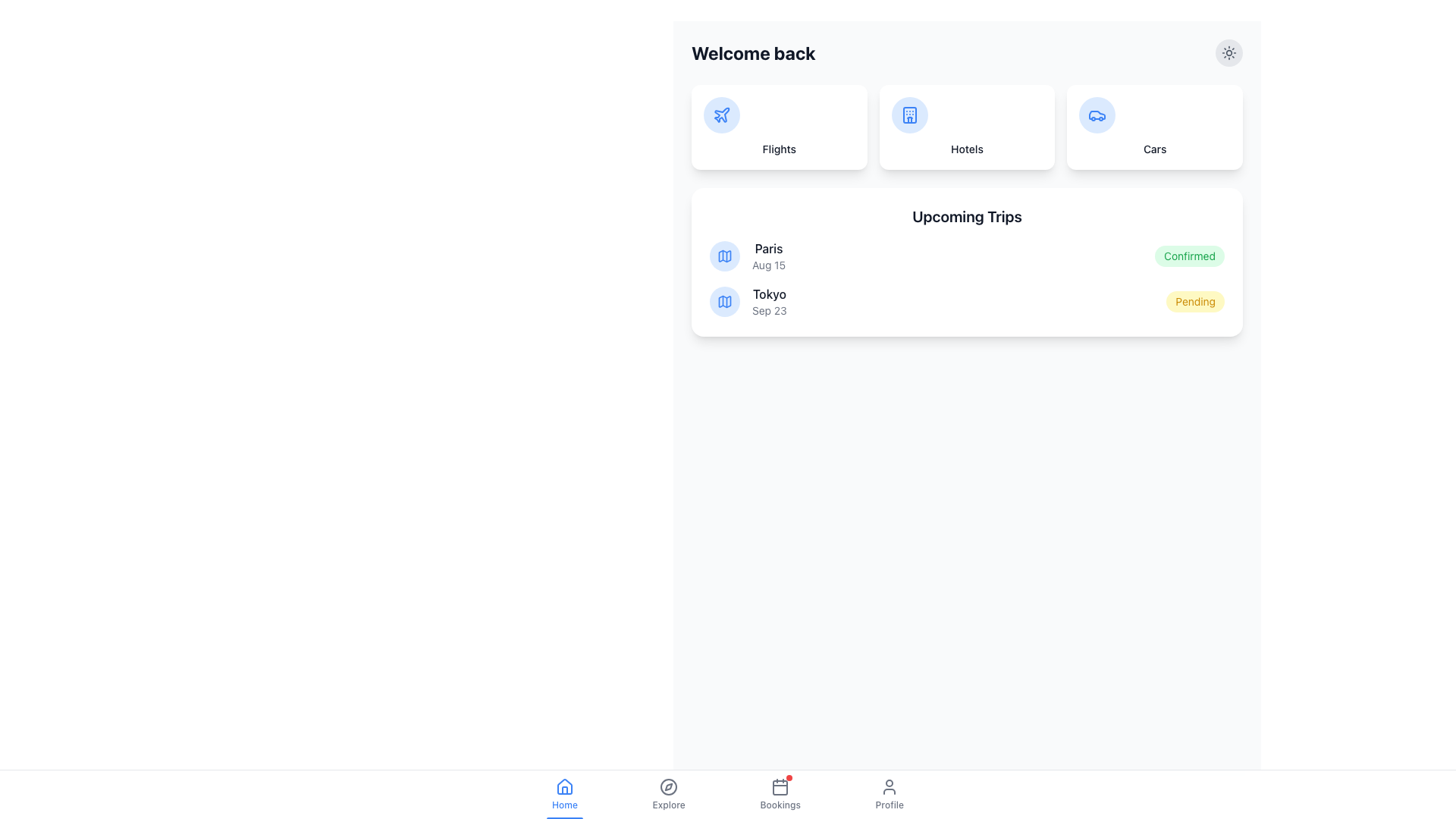  I want to click on the text display indicating the upcoming trip to Tokyo on September 23, which is the second item in the list of 'Upcoming Trips', so click(769, 301).